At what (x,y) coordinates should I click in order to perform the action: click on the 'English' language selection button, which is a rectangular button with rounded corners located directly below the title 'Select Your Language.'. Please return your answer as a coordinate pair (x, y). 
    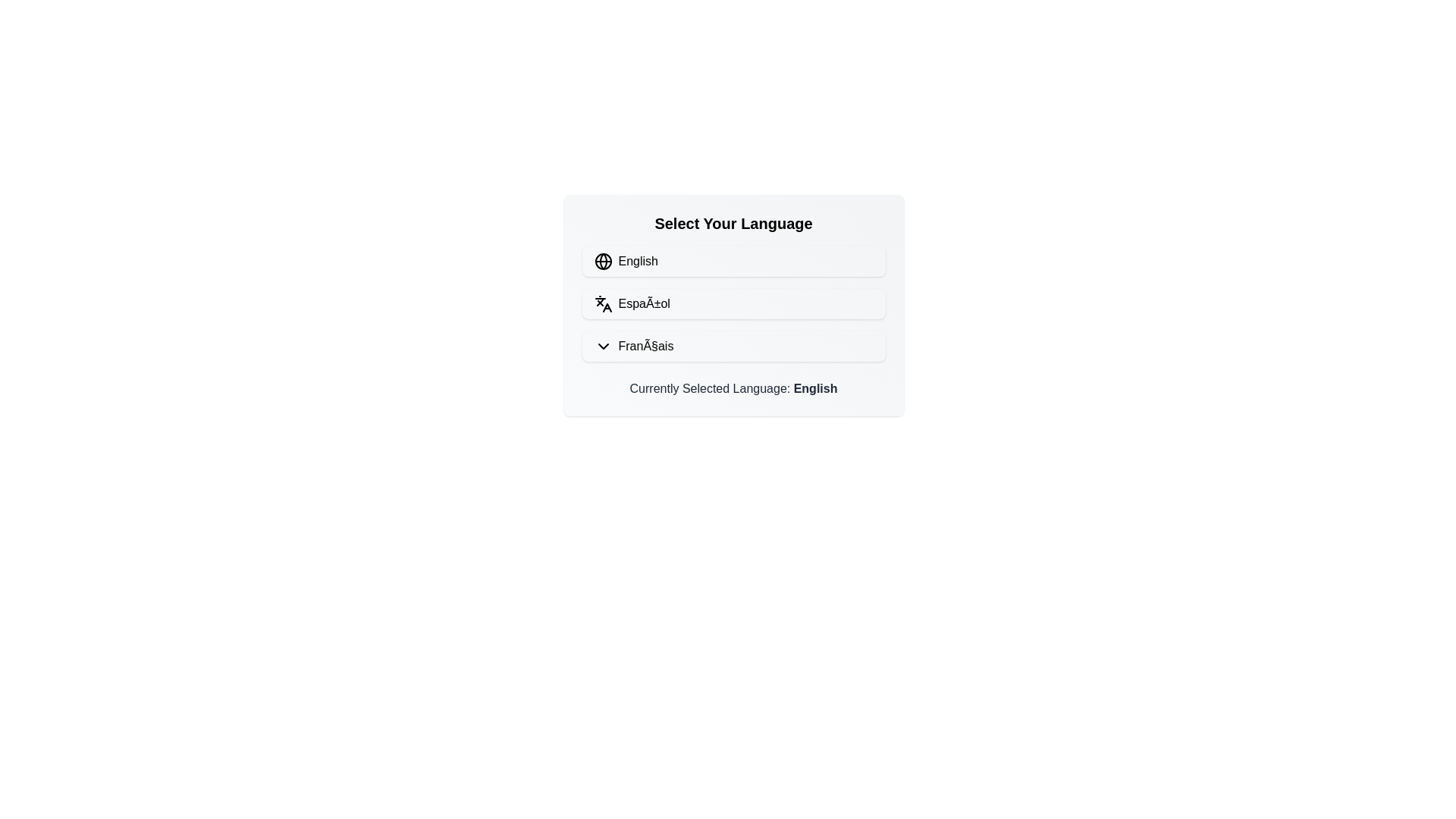
    Looking at the image, I should click on (733, 260).